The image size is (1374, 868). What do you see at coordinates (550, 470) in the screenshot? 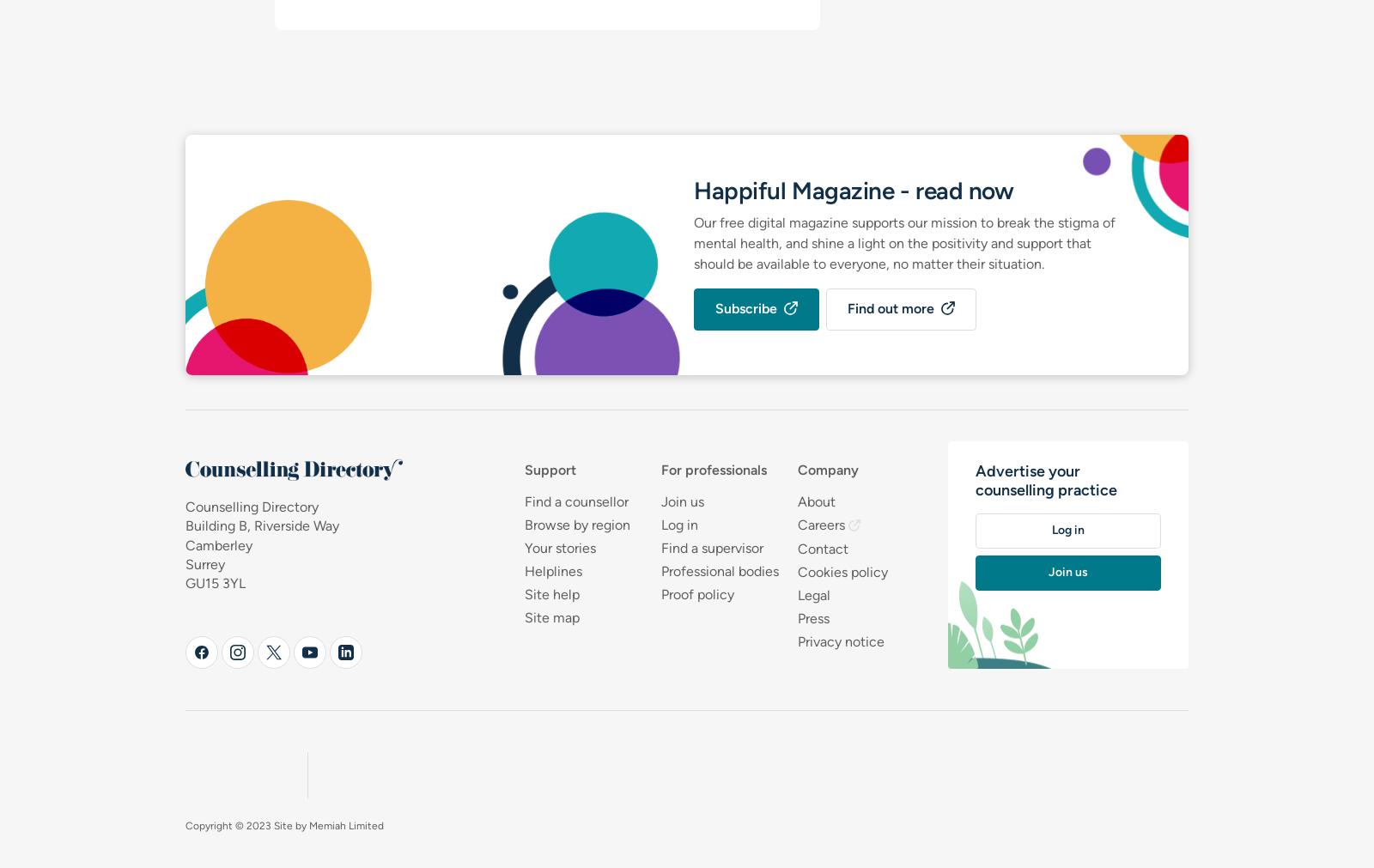
I see `'Support'` at bounding box center [550, 470].